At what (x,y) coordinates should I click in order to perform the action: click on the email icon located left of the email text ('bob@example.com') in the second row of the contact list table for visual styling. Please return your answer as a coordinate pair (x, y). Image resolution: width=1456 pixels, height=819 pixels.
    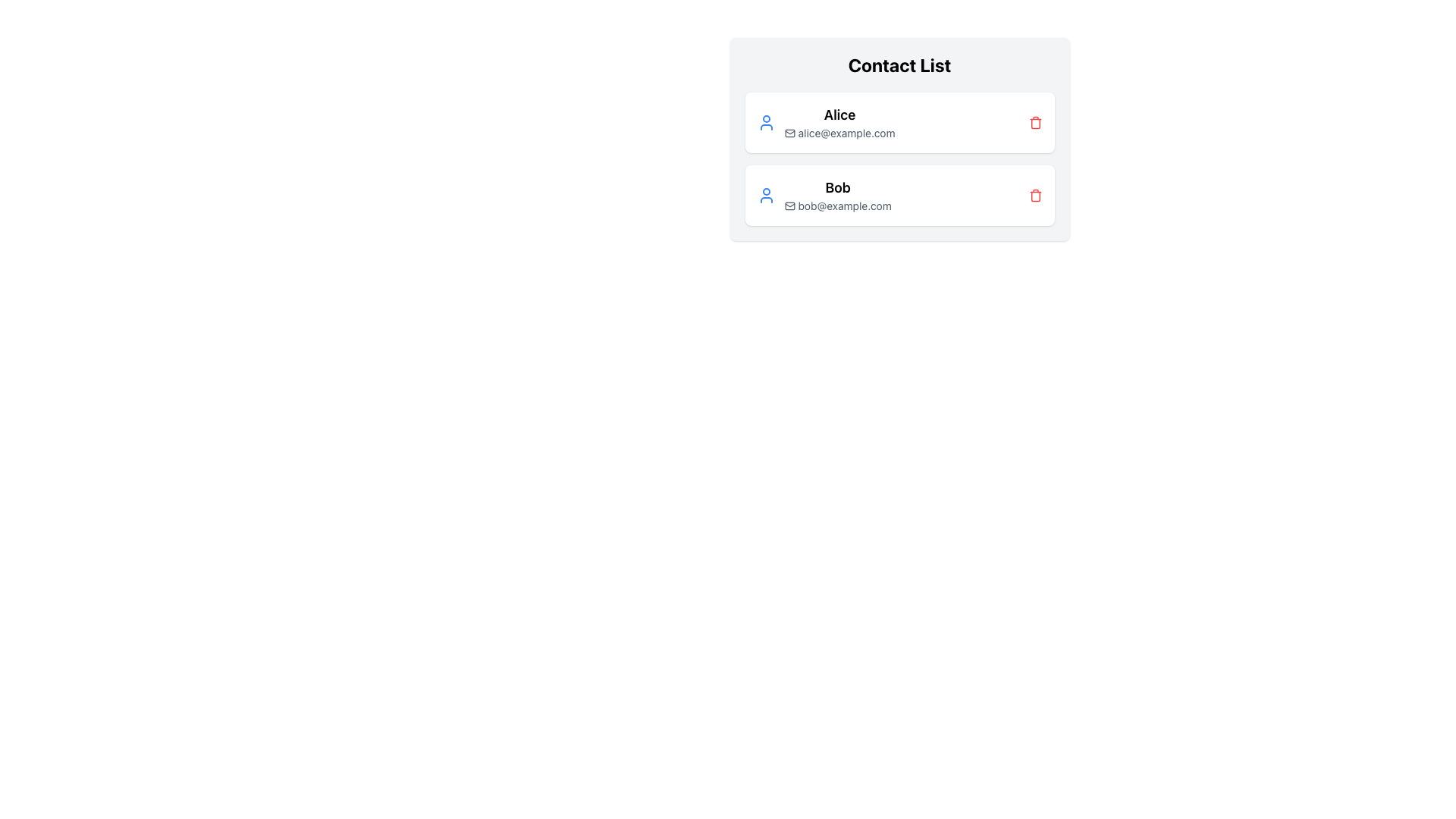
    Looking at the image, I should click on (789, 206).